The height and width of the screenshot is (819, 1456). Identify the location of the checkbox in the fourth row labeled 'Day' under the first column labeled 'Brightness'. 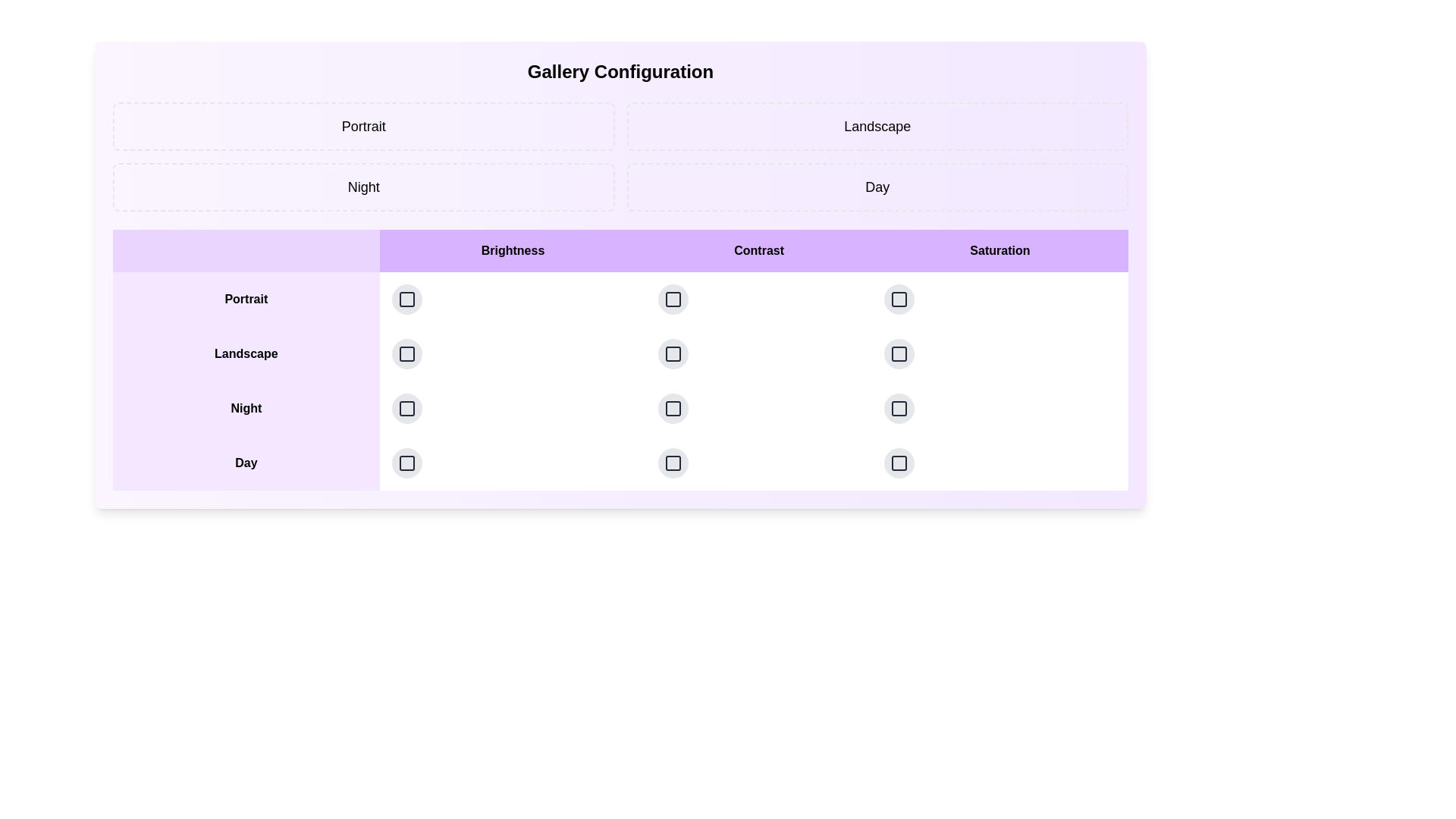
(406, 462).